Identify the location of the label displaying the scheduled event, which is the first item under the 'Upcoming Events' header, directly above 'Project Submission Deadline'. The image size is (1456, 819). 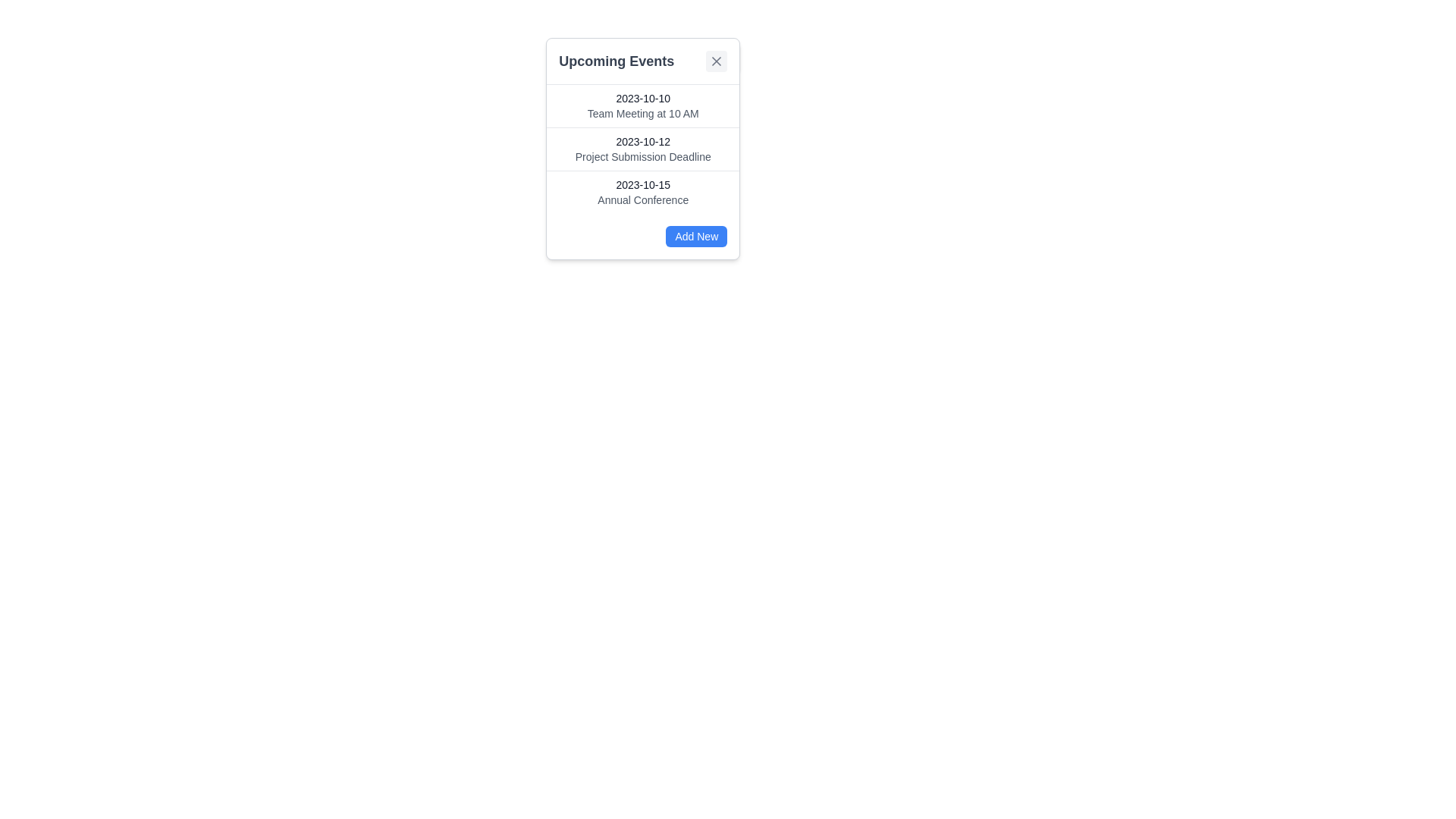
(643, 105).